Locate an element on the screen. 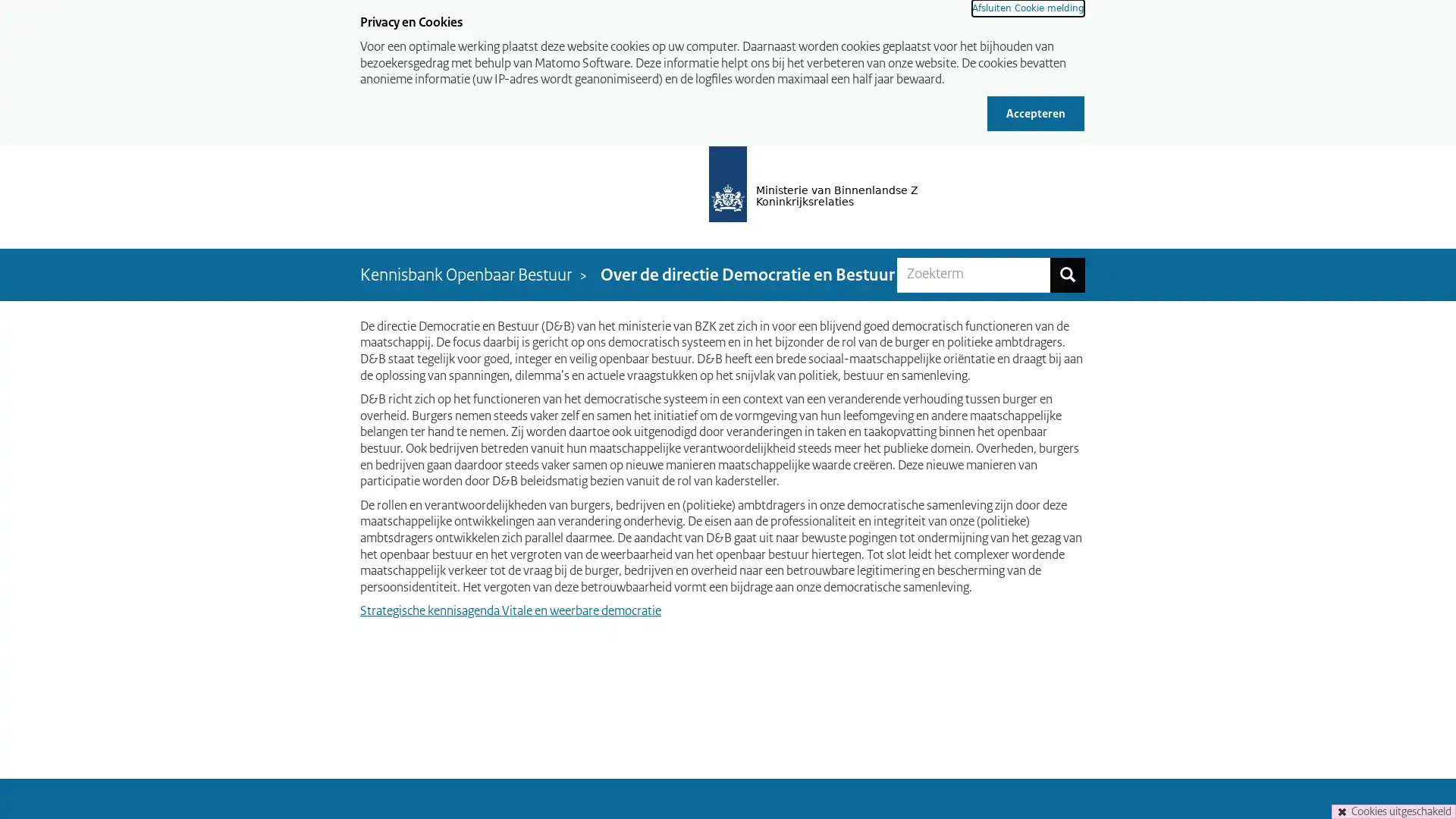 Image resolution: width=1456 pixels, height=819 pixels. Accepteren is located at coordinates (1035, 112).